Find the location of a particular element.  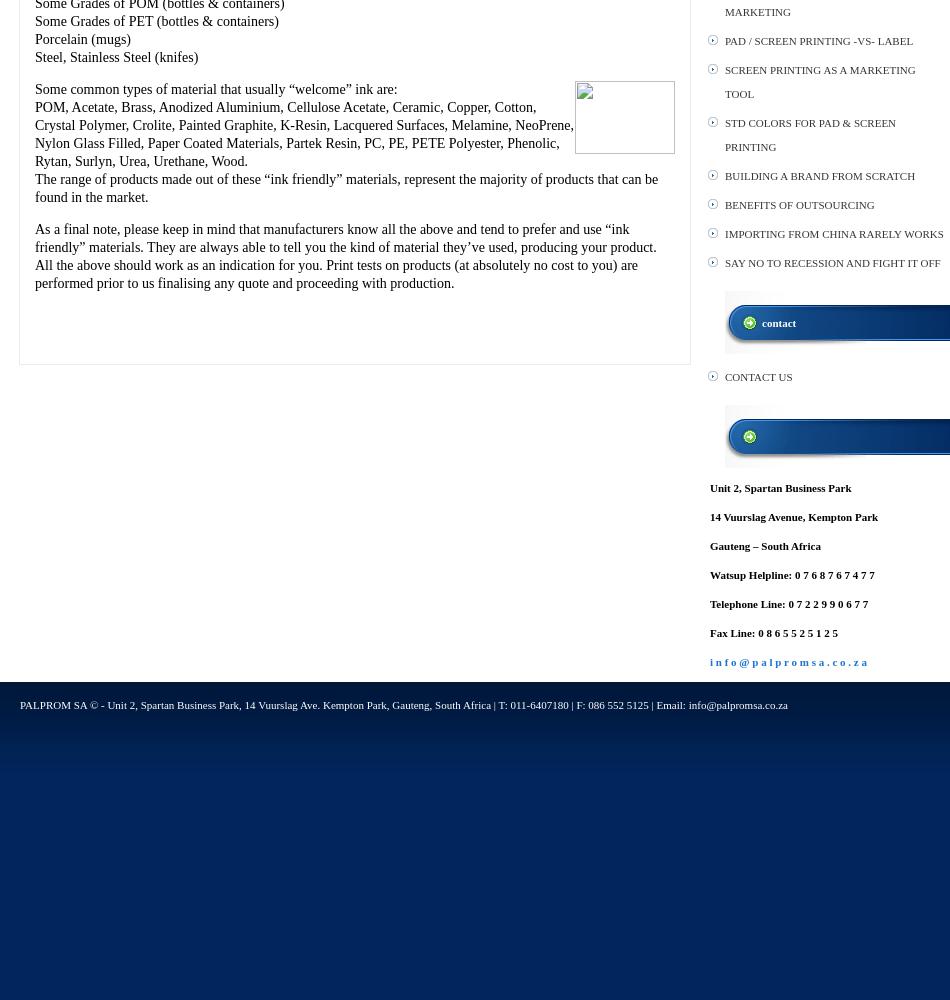

'POM, Acetate, Brass, Anodized Aluminium, Cellulose Acetate, Ceramic, Copper, Cotton, Crystal Polymer, Crolite, Painted Graphite, K-Resin, Lacquered Surfaces, Melamine, NeoPrene, Nylon Glass Filled, Paper Coated Materials, Partek Resin, PC, PE, PETE Polyester, Phenolic, Rytan, Surlyn, Urea, Urethane, Wood.' is located at coordinates (303, 134).